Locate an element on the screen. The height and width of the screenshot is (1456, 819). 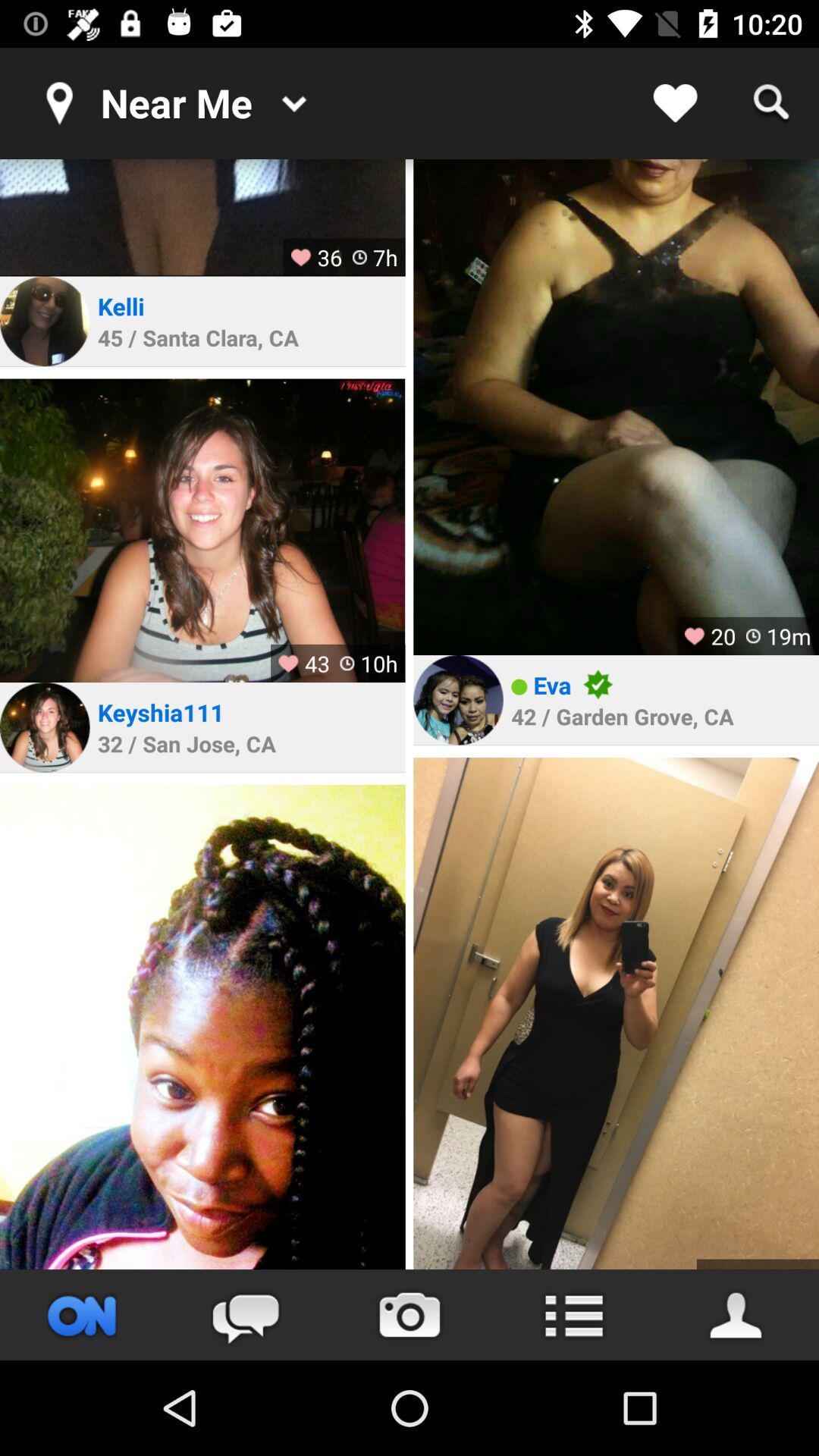
featured picture is located at coordinates (202, 1027).